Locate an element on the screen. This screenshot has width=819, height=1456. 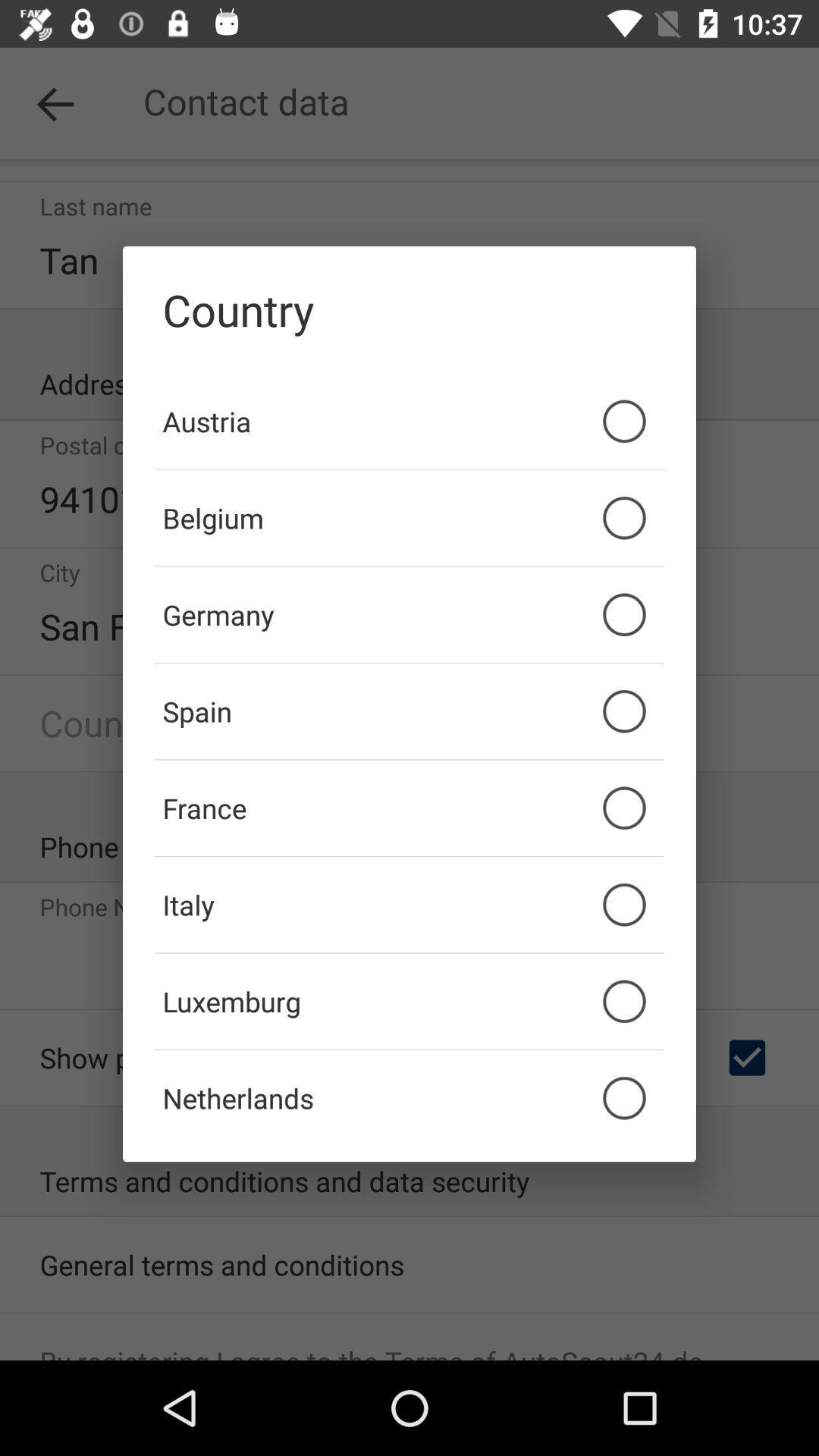
item below country item is located at coordinates (409, 421).